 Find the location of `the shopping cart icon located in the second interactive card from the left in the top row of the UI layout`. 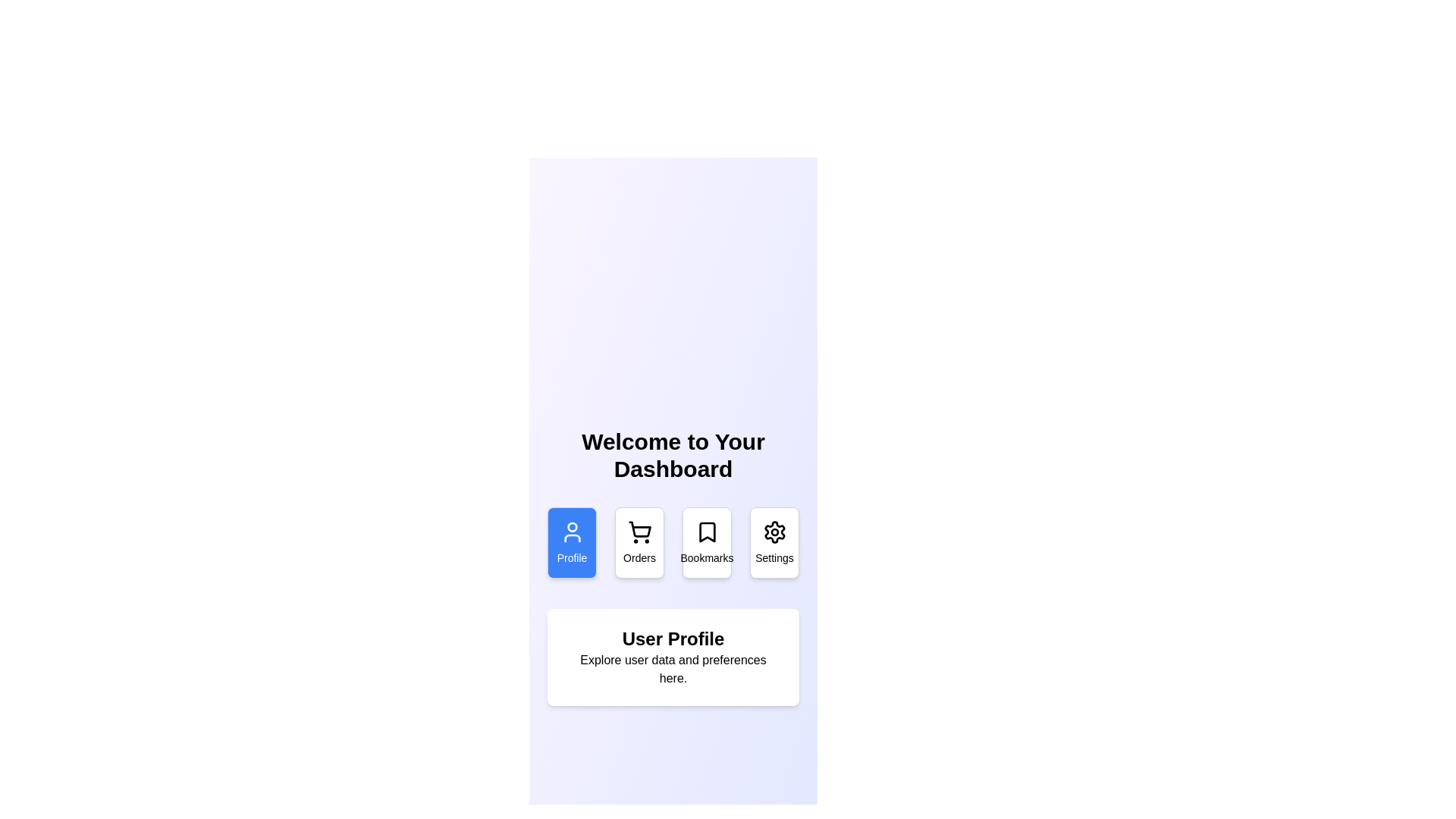

the shopping cart icon located in the second interactive card from the left in the top row of the UI layout is located at coordinates (639, 532).